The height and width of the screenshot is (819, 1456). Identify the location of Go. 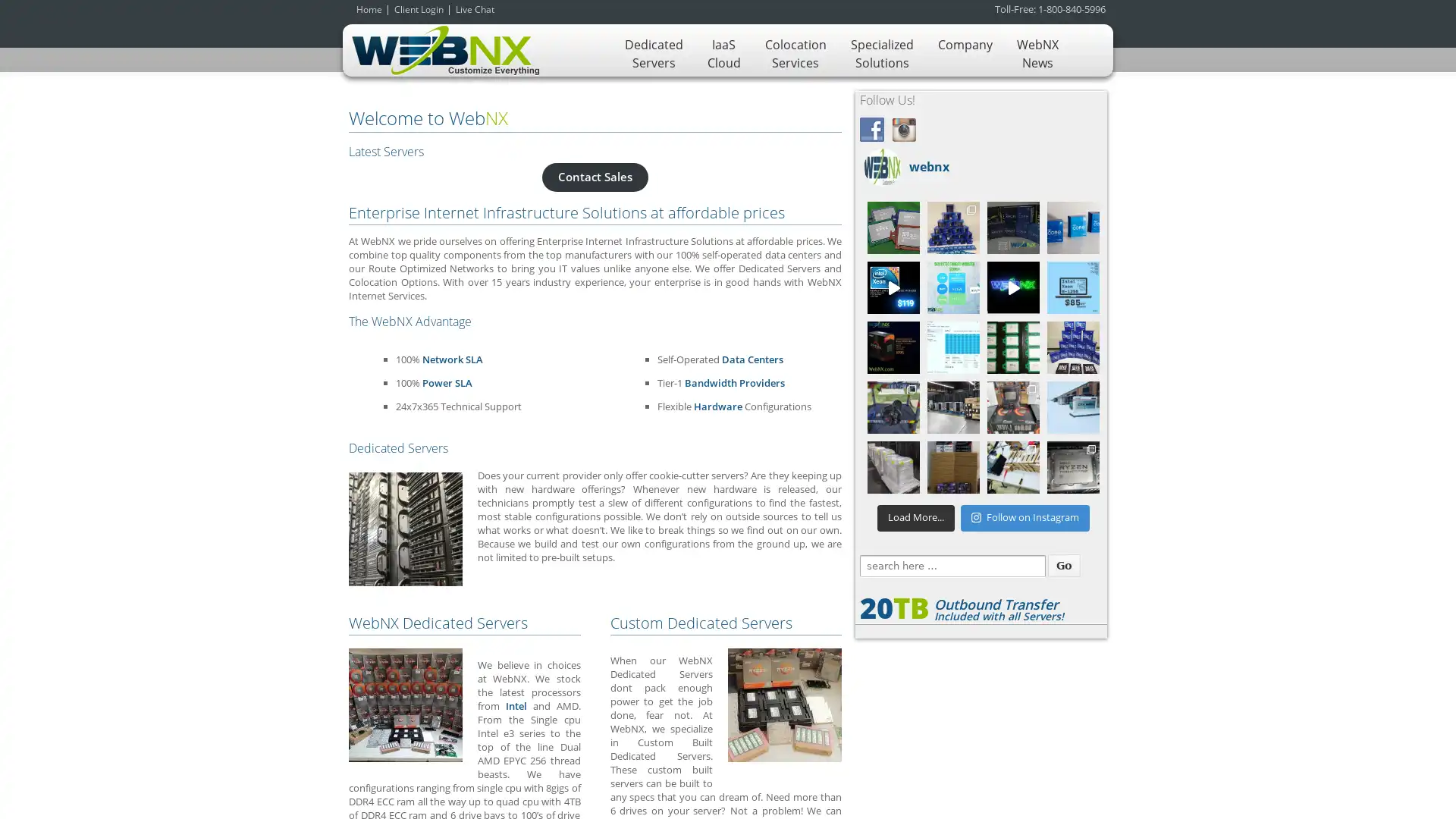
(1062, 565).